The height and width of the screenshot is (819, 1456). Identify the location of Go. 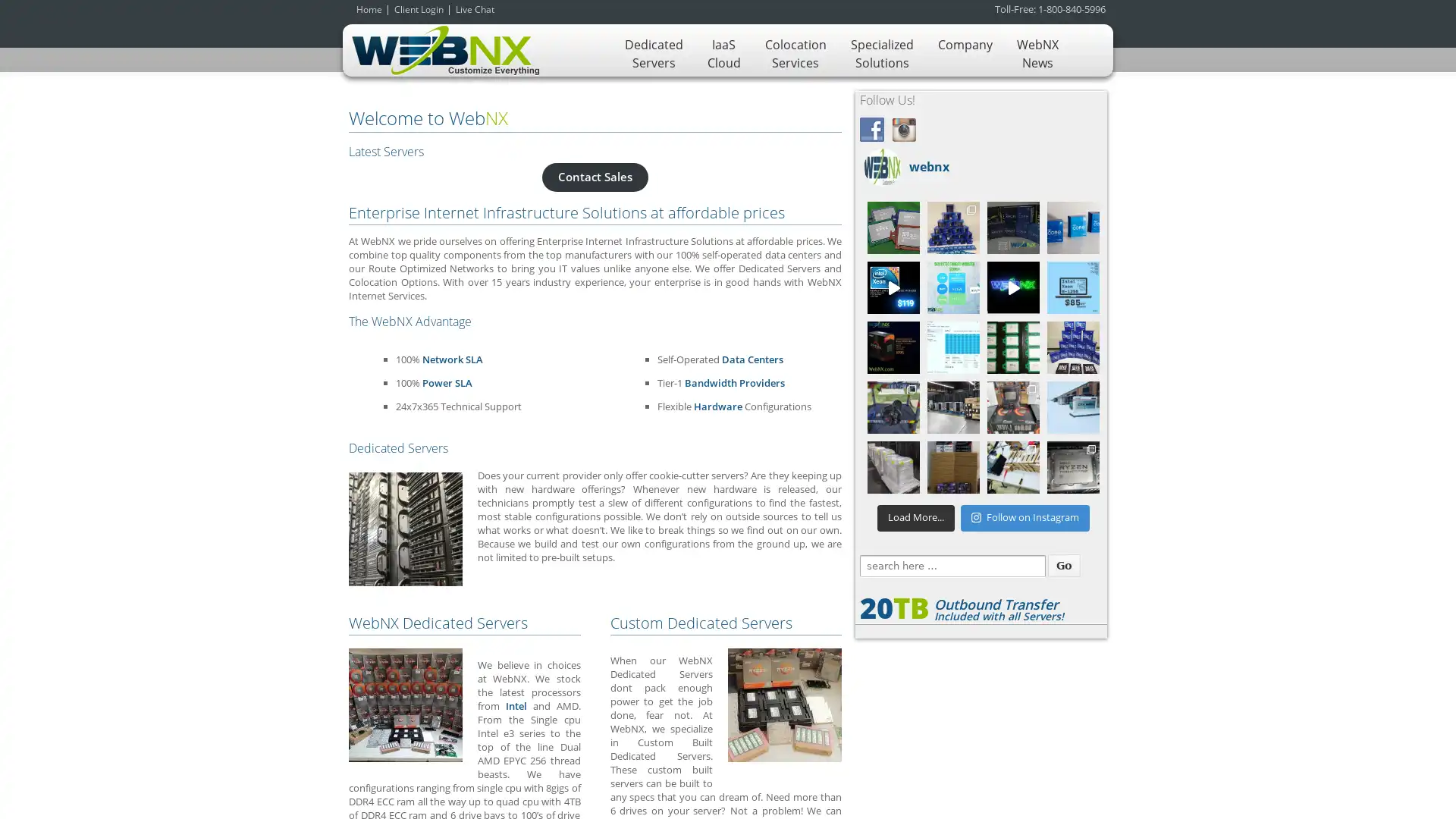
(1062, 565).